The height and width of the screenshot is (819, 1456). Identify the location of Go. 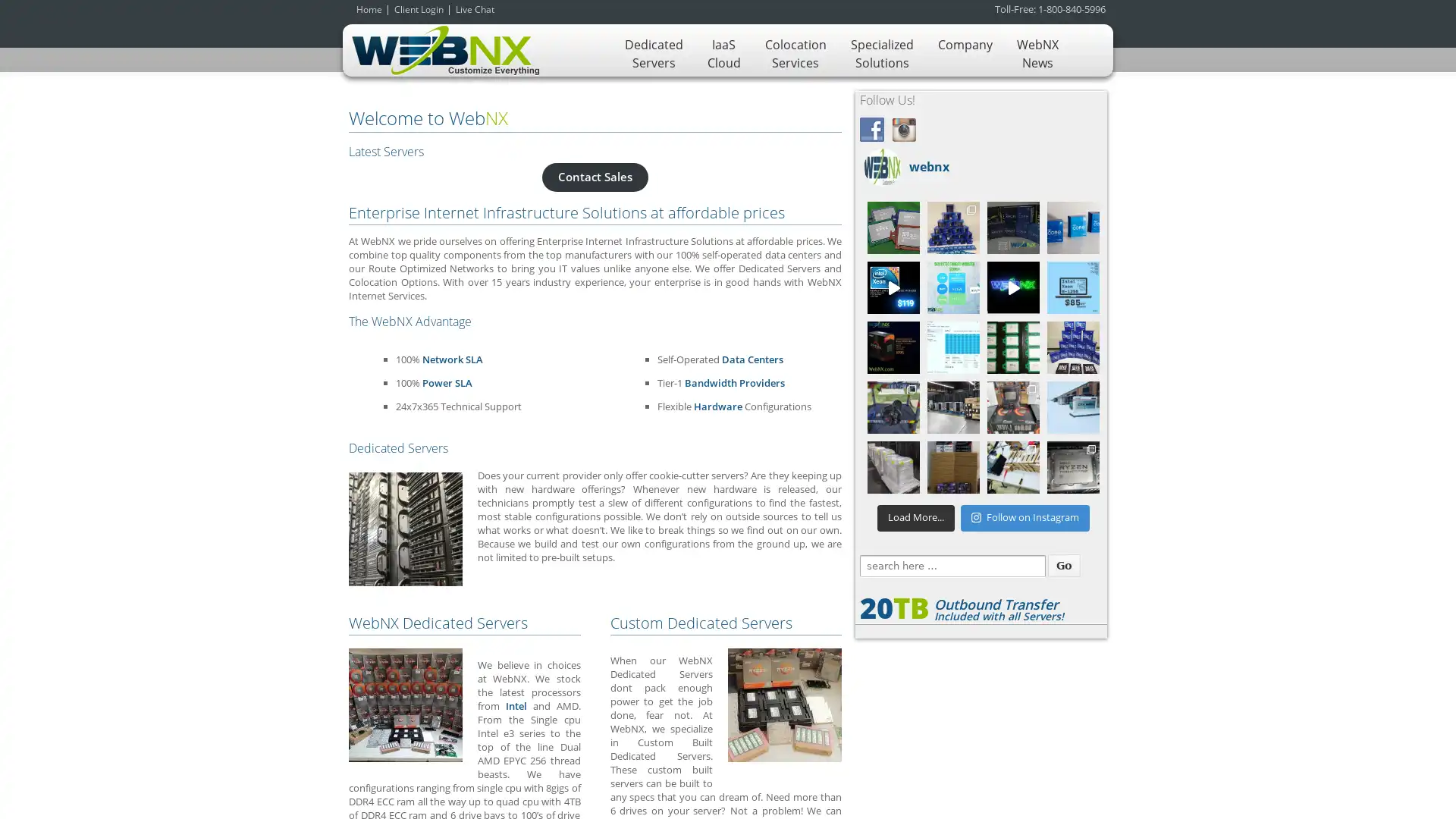
(1062, 565).